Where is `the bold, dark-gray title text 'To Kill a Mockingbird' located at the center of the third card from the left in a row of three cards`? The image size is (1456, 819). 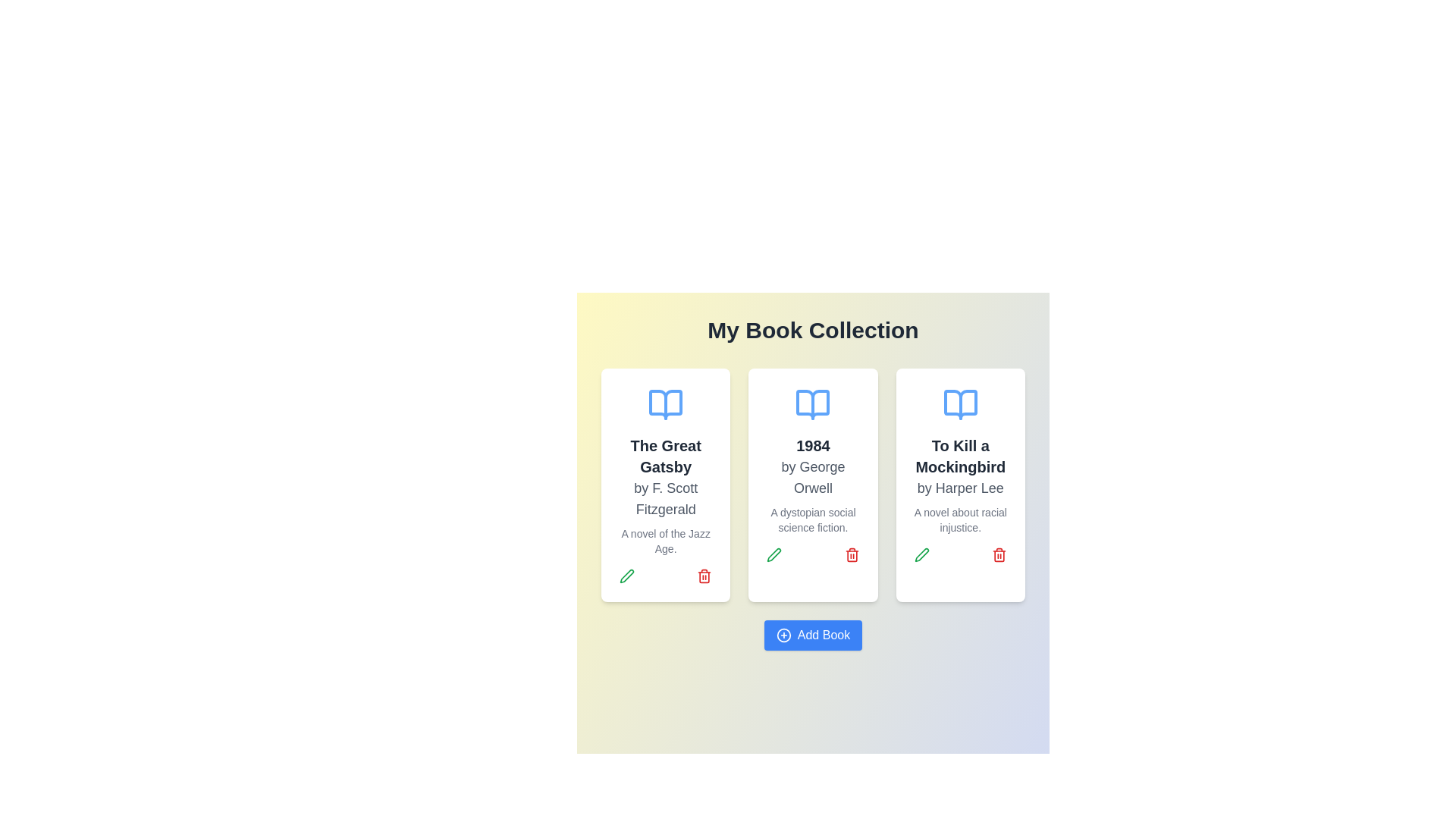
the bold, dark-gray title text 'To Kill a Mockingbird' located at the center of the third card from the left in a row of three cards is located at coordinates (959, 455).